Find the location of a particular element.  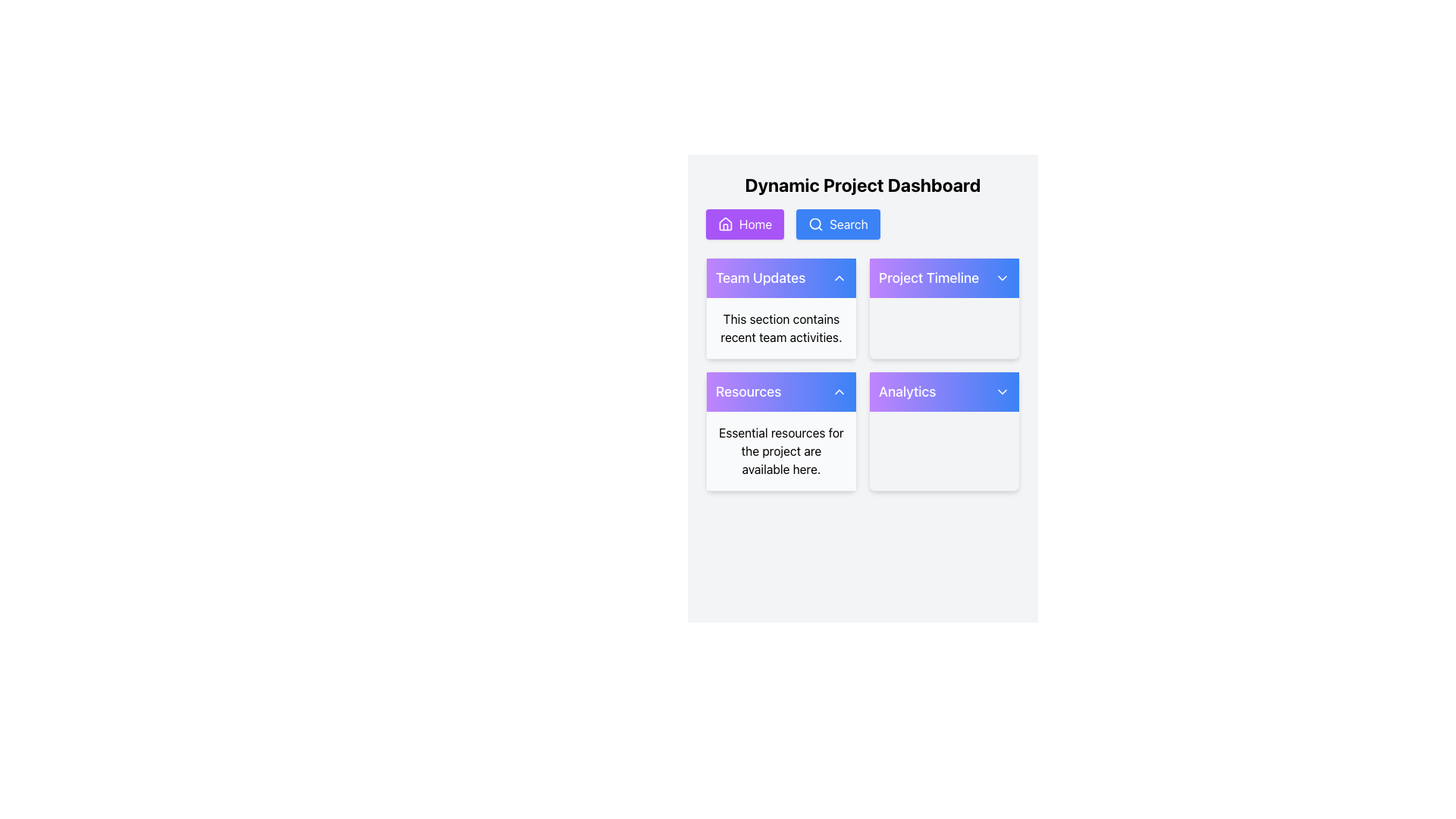

the 'Team Updates' Collapsible Section Header is located at coordinates (781, 278).